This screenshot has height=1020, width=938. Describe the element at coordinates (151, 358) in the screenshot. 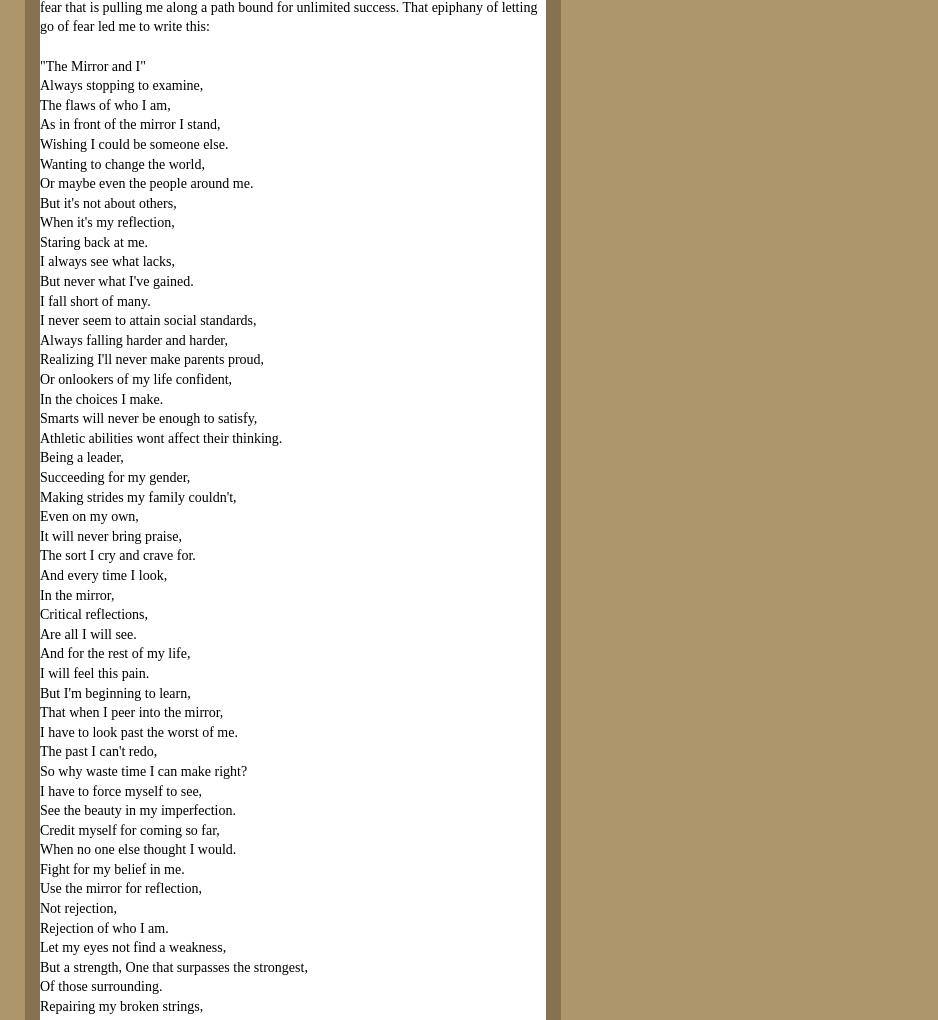

I see `'Realizing I'll never make parents proud,'` at that location.